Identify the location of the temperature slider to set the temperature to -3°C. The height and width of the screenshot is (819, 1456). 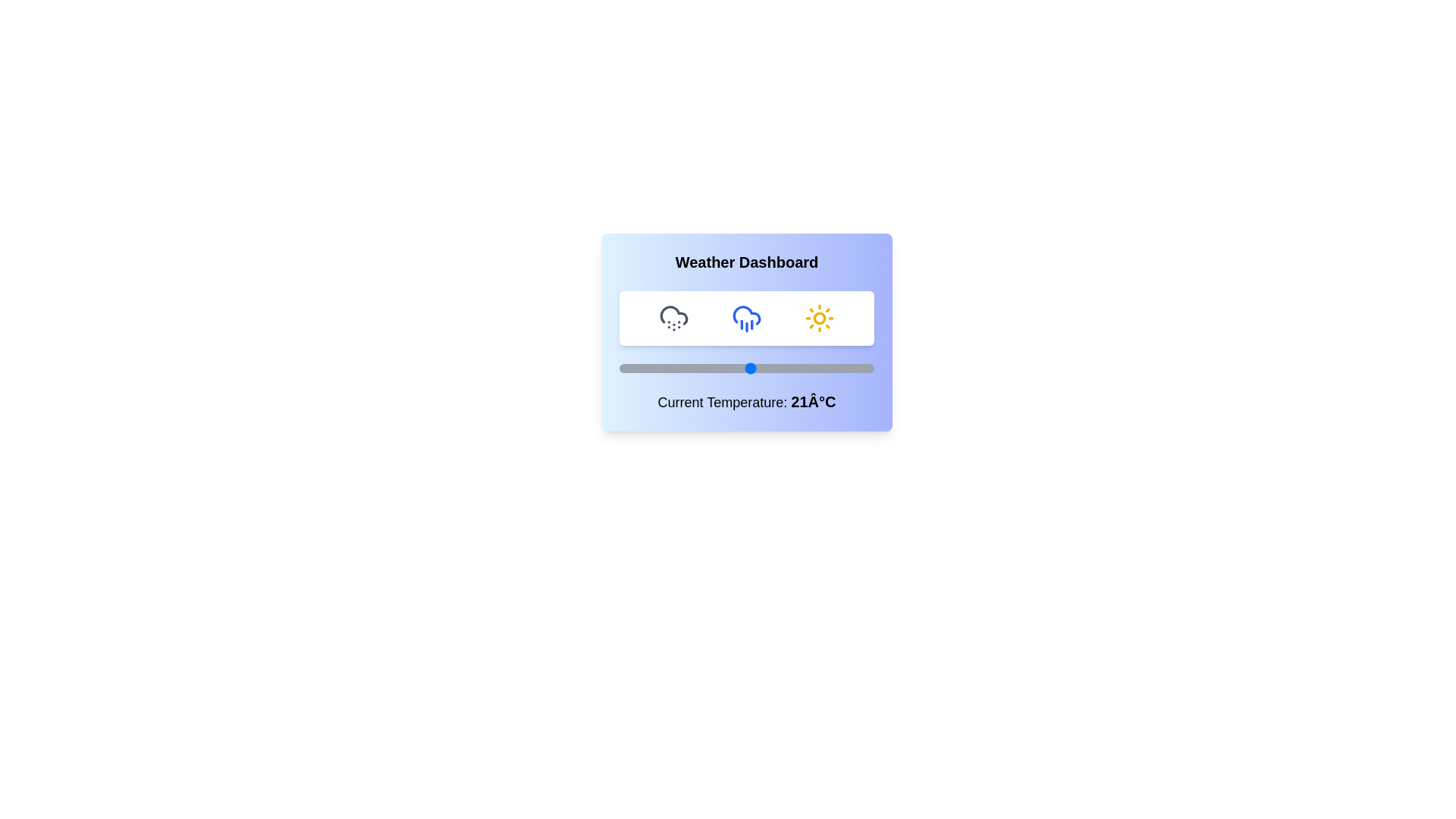
(649, 369).